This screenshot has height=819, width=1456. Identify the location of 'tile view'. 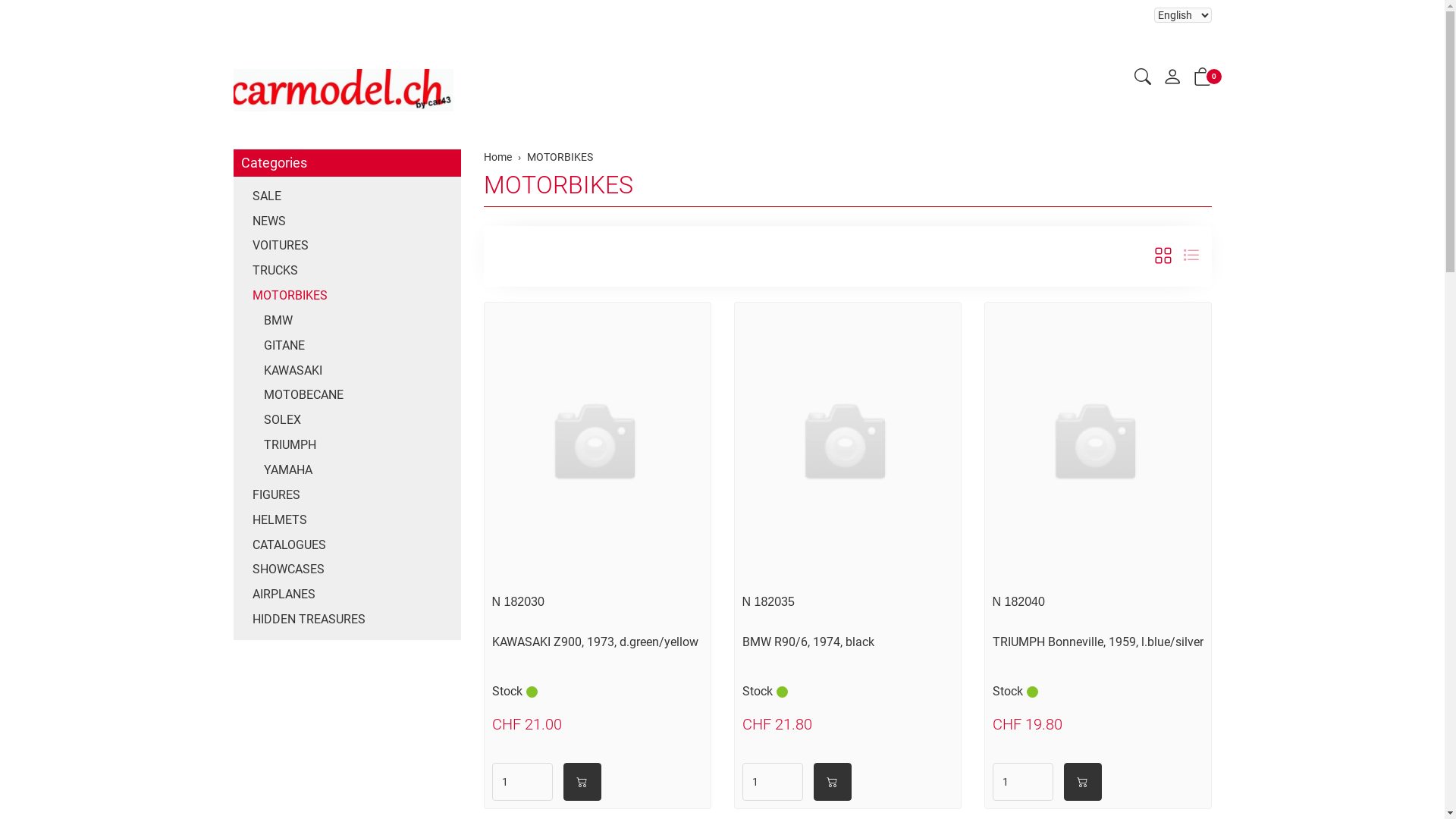
(1163, 256).